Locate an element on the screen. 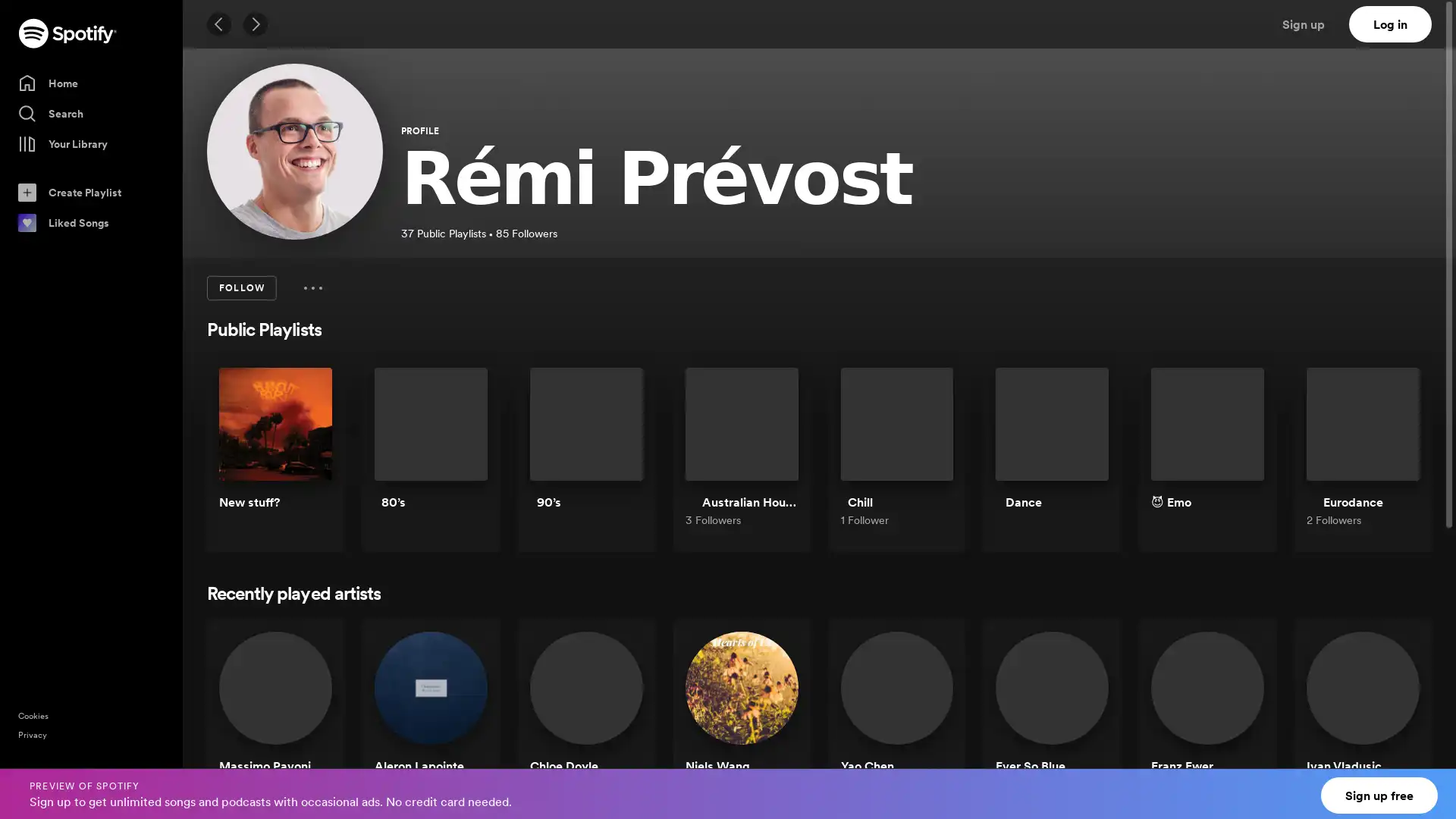  Play Massimo Pavoni is located at coordinates (306, 724).